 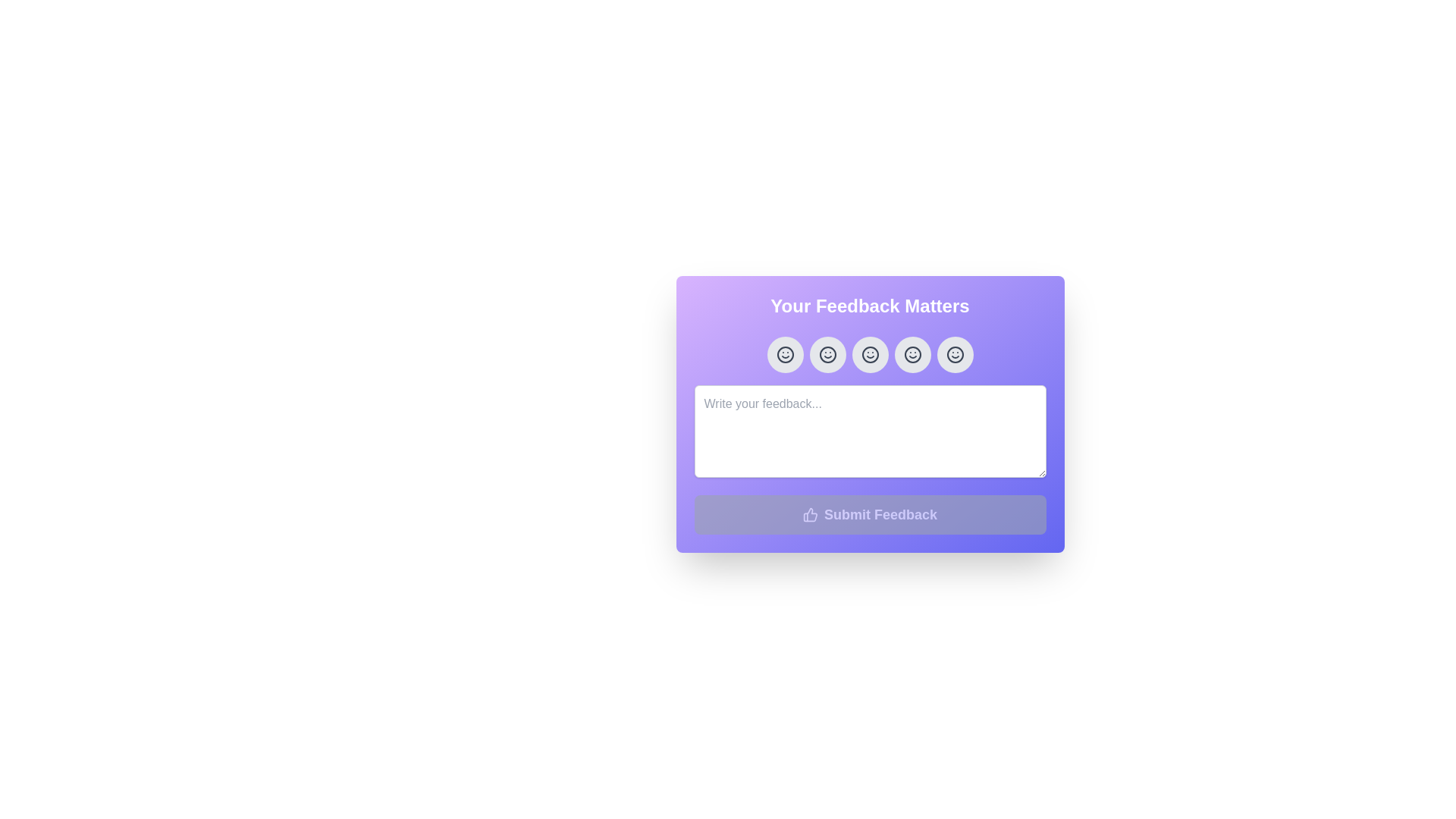 I want to click on the first icon representing a selectable negative or neutral feedback option in the horizontal list of smiley faces located near the top-center of the feedback form, so click(x=785, y=354).